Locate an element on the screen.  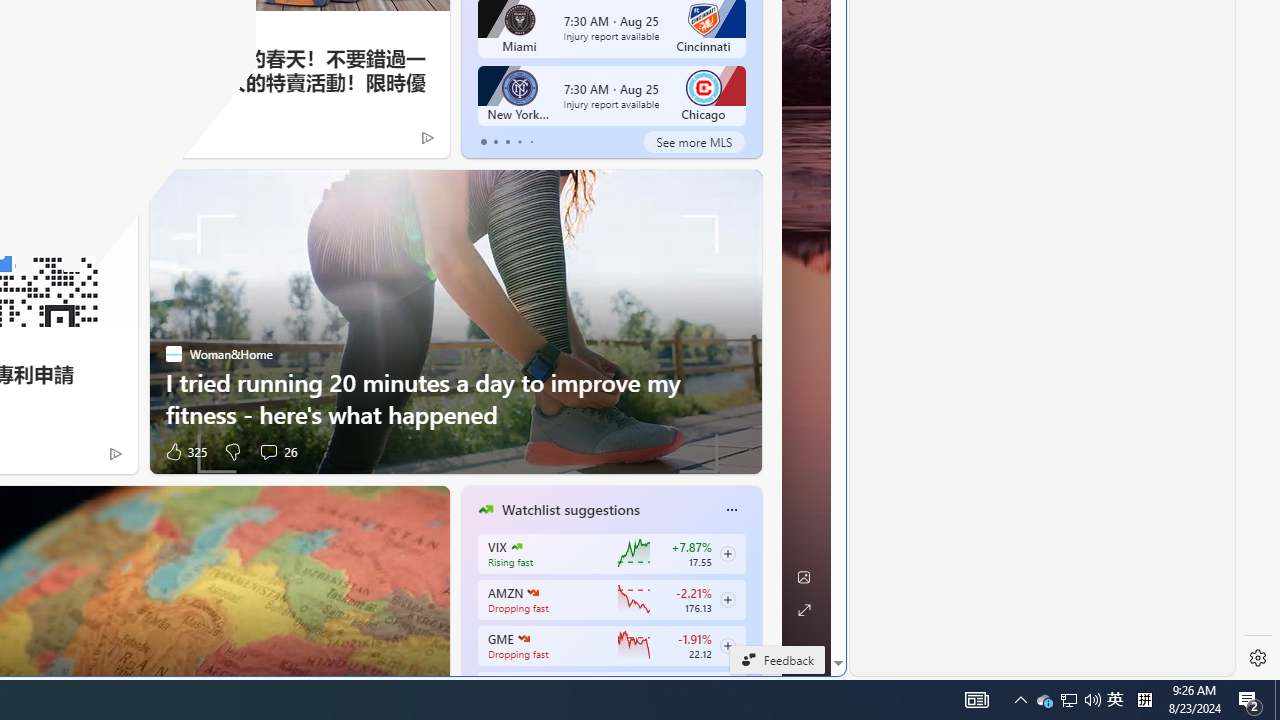
'View comments 26 Comment' is located at coordinates (267, 452).